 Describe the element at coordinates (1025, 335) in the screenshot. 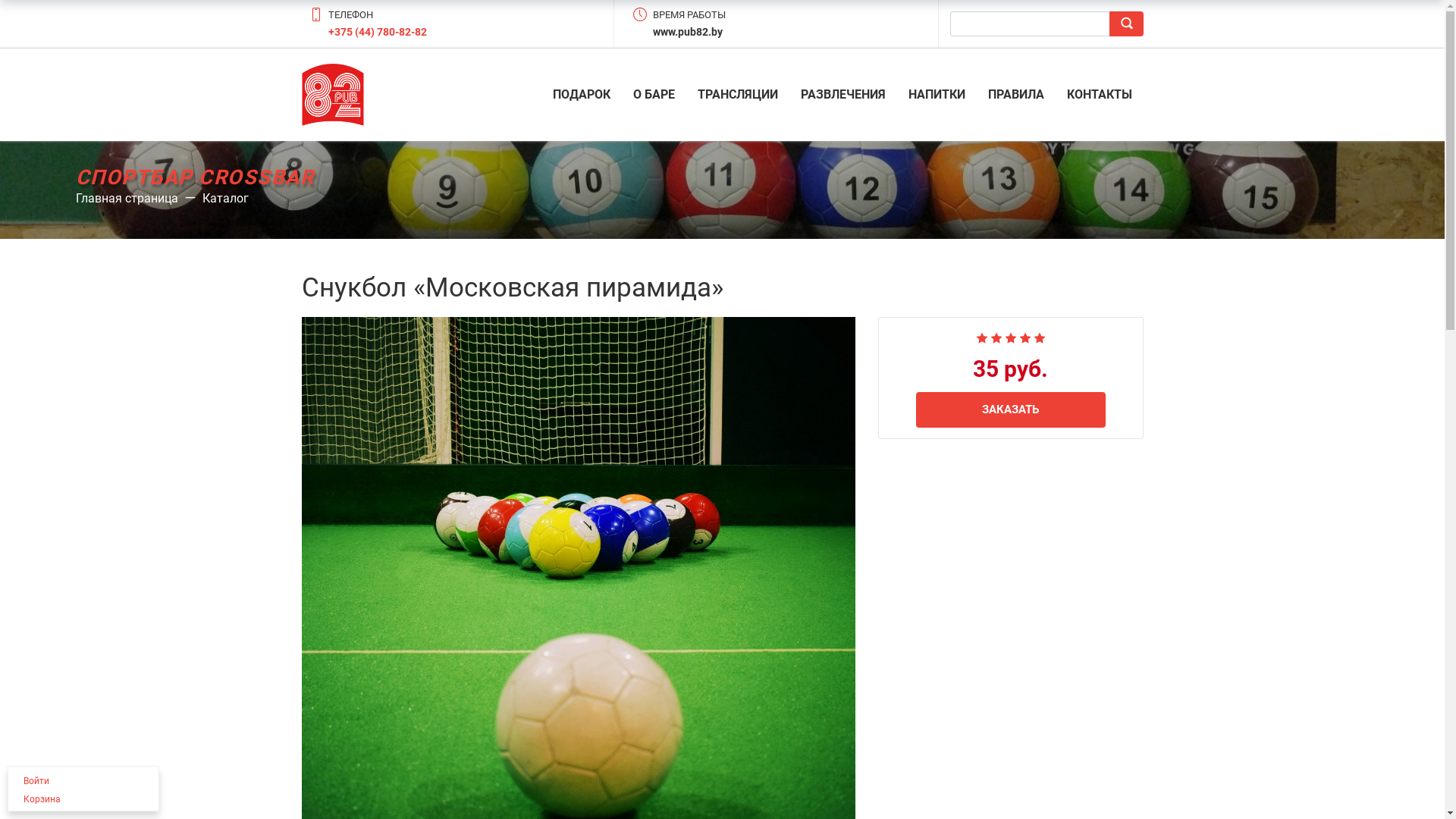

I see `'4'` at that location.